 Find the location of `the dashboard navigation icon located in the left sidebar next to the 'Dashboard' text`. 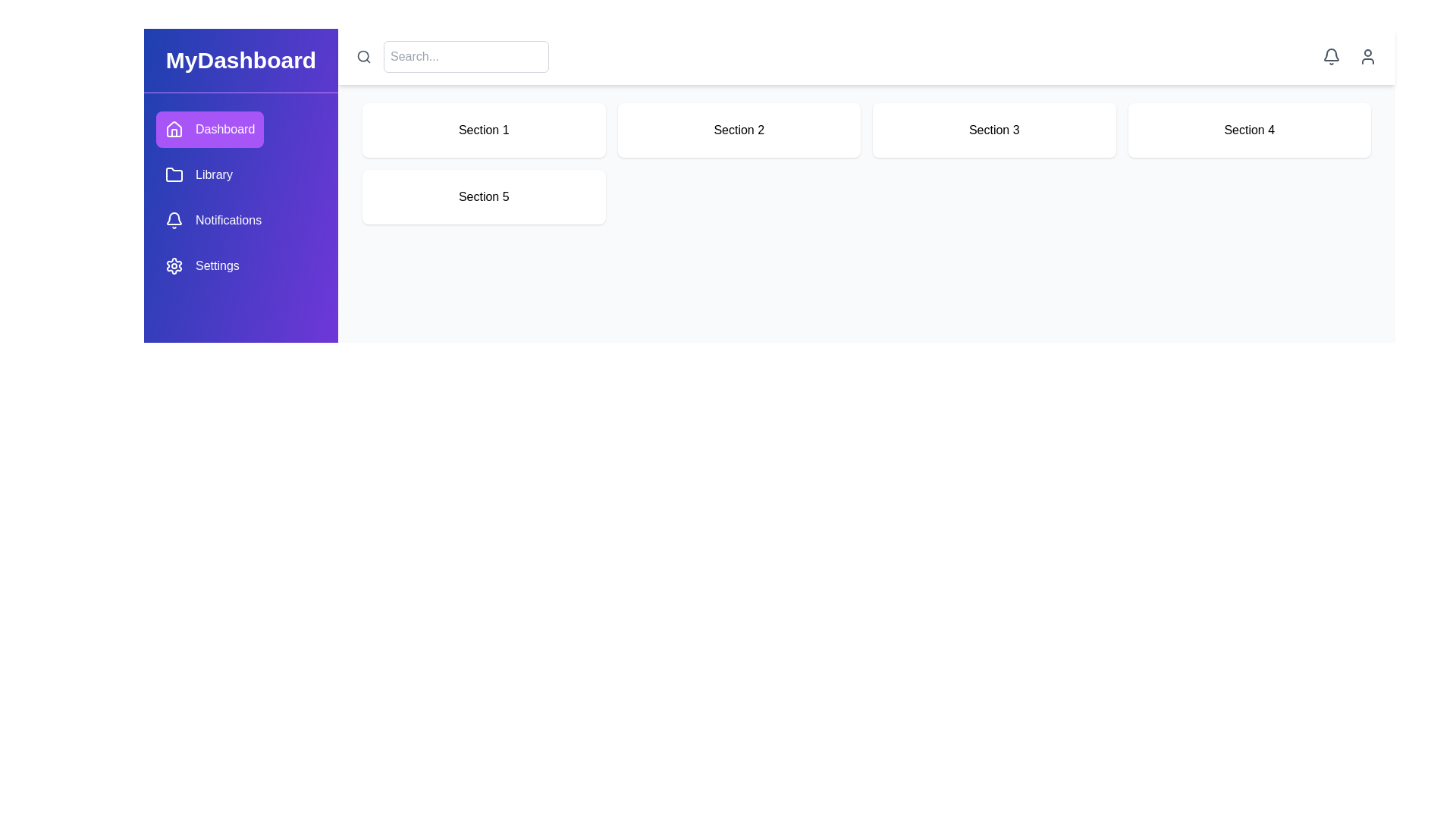

the dashboard navigation icon located in the left sidebar next to the 'Dashboard' text is located at coordinates (174, 127).